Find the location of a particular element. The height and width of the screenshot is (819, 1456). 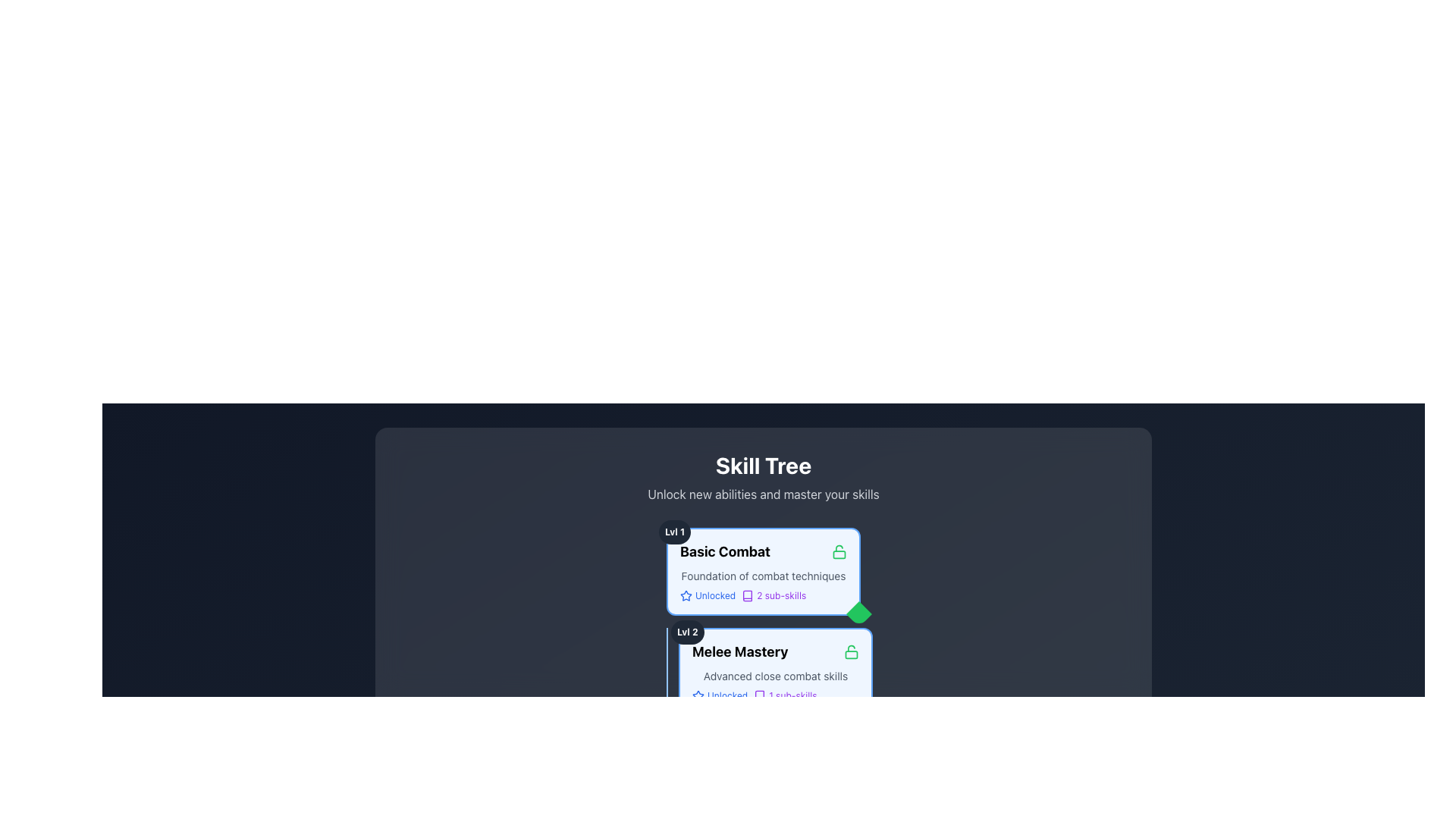

informational label with icons and text indicating the status of the 'Basic Combat' skill, located below 'Foundation of combat techniques' in the skill tree interface is located at coordinates (764, 595).